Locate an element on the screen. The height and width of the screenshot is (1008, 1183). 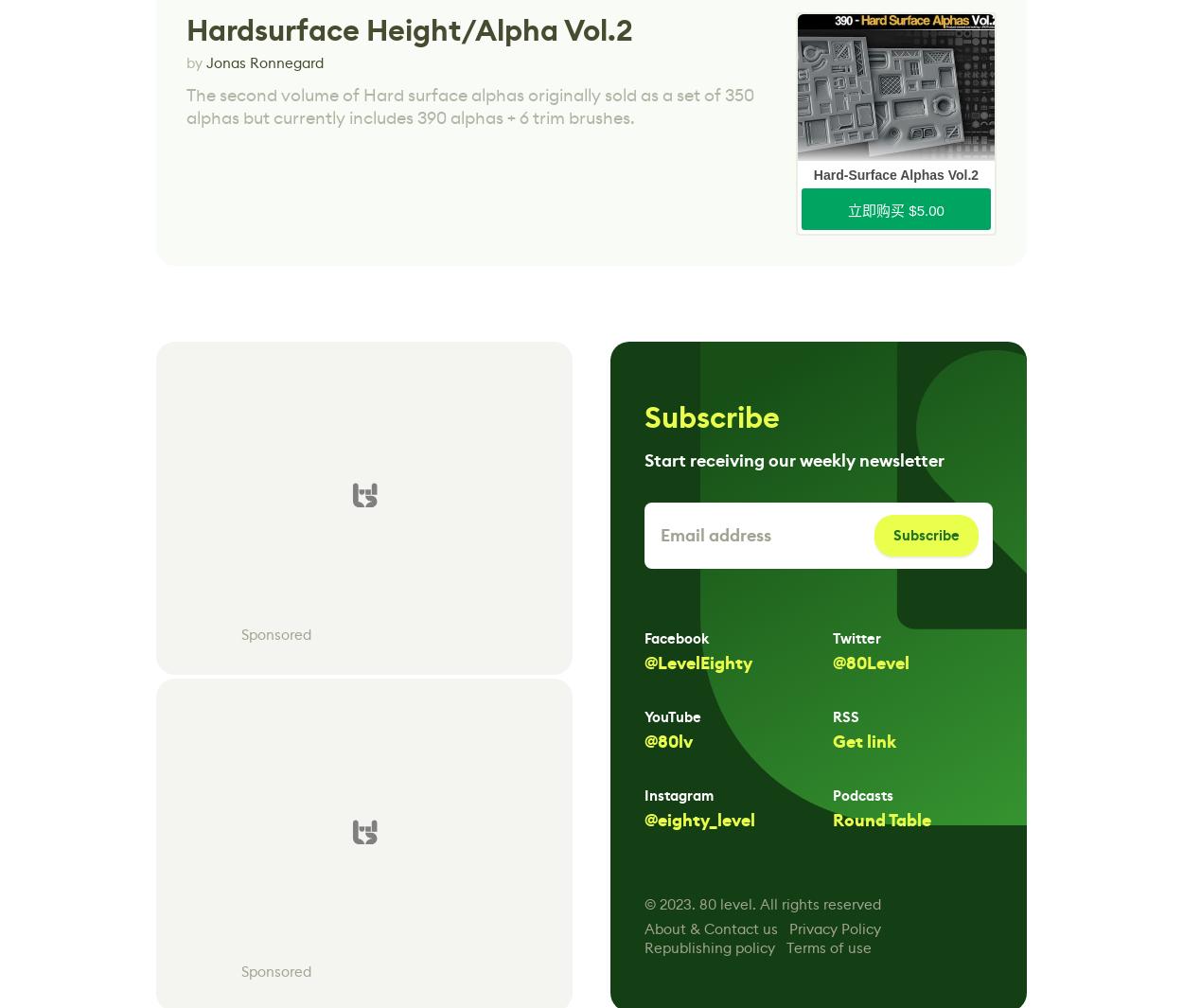
'Round Table' is located at coordinates (882, 821).